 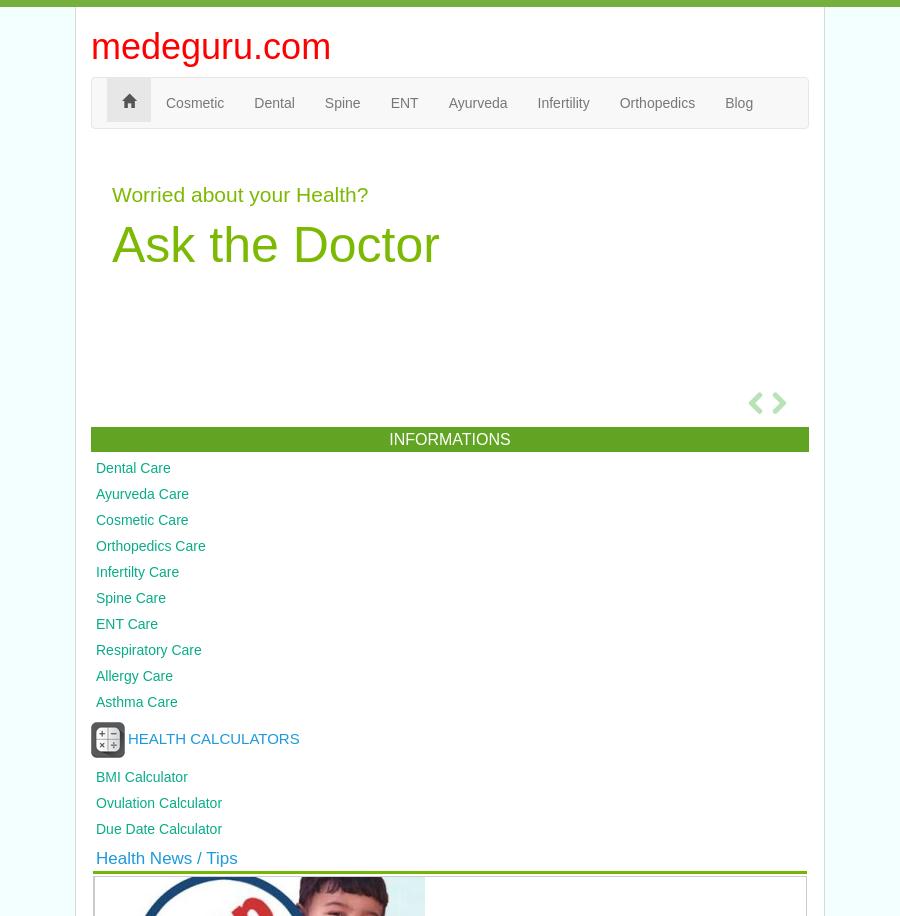 What do you see at coordinates (342, 101) in the screenshot?
I see `'Spine'` at bounding box center [342, 101].